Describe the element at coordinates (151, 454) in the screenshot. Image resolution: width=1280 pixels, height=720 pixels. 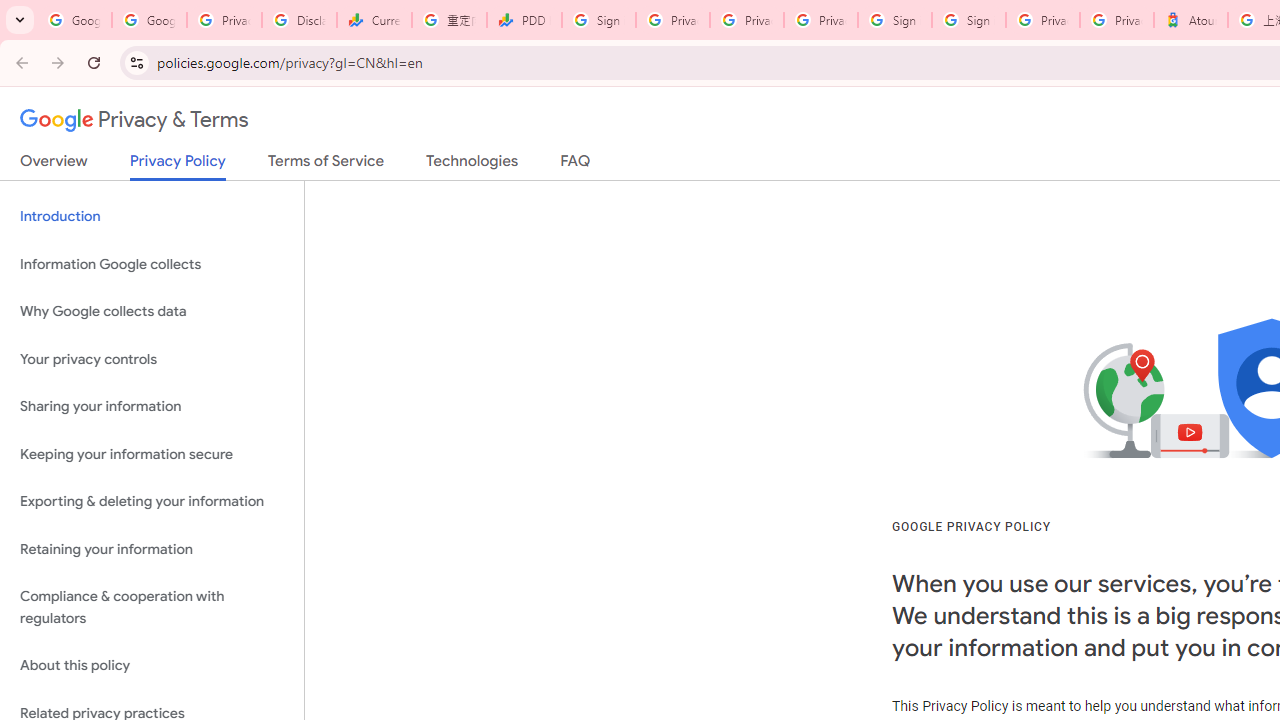
I see `'Keeping your information secure'` at that location.